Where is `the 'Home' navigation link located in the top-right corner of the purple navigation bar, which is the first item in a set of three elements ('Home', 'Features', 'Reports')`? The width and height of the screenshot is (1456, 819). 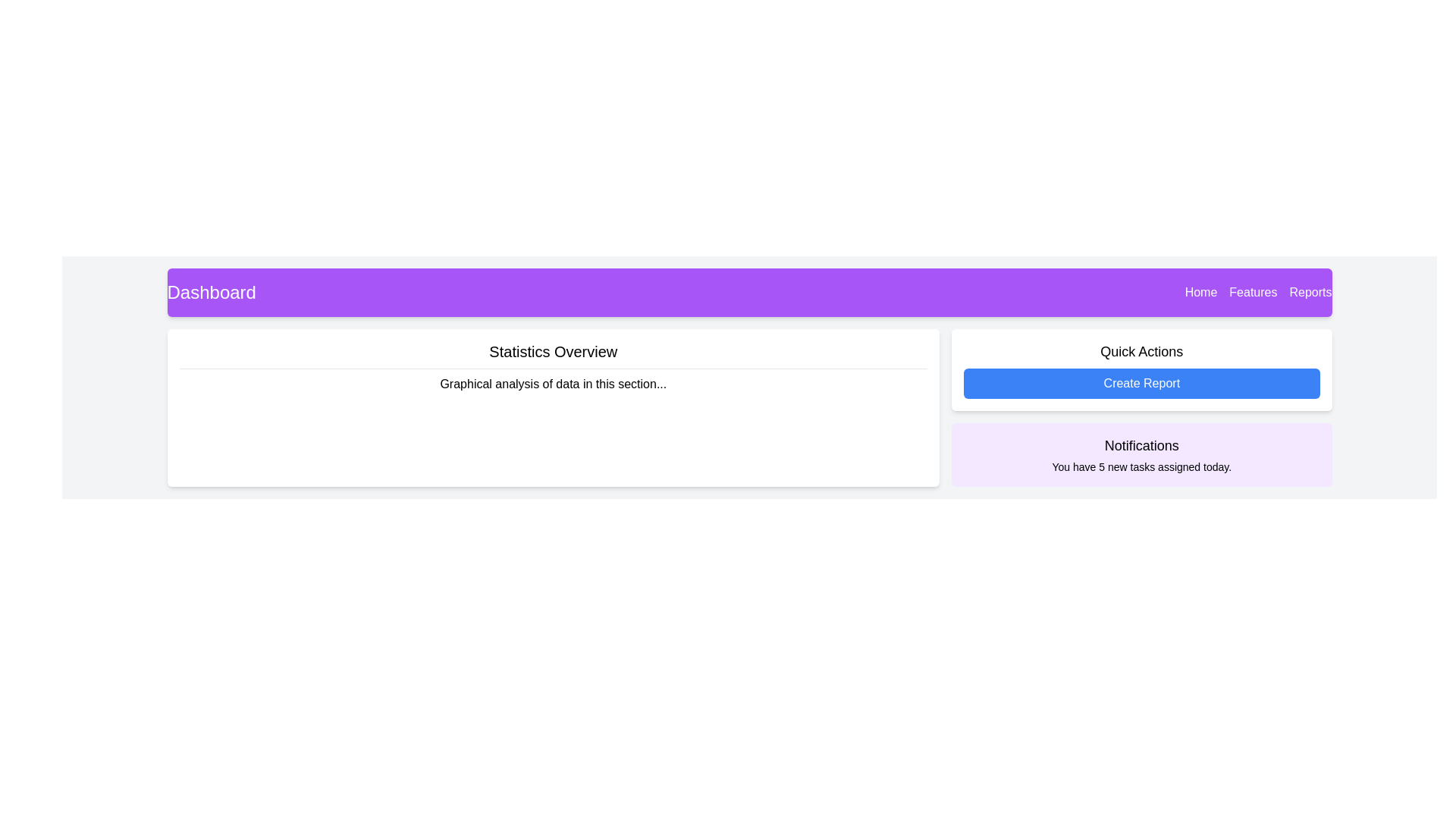
the 'Home' navigation link located in the top-right corner of the purple navigation bar, which is the first item in a set of three elements ('Home', 'Features', 'Reports') is located at coordinates (1200, 292).